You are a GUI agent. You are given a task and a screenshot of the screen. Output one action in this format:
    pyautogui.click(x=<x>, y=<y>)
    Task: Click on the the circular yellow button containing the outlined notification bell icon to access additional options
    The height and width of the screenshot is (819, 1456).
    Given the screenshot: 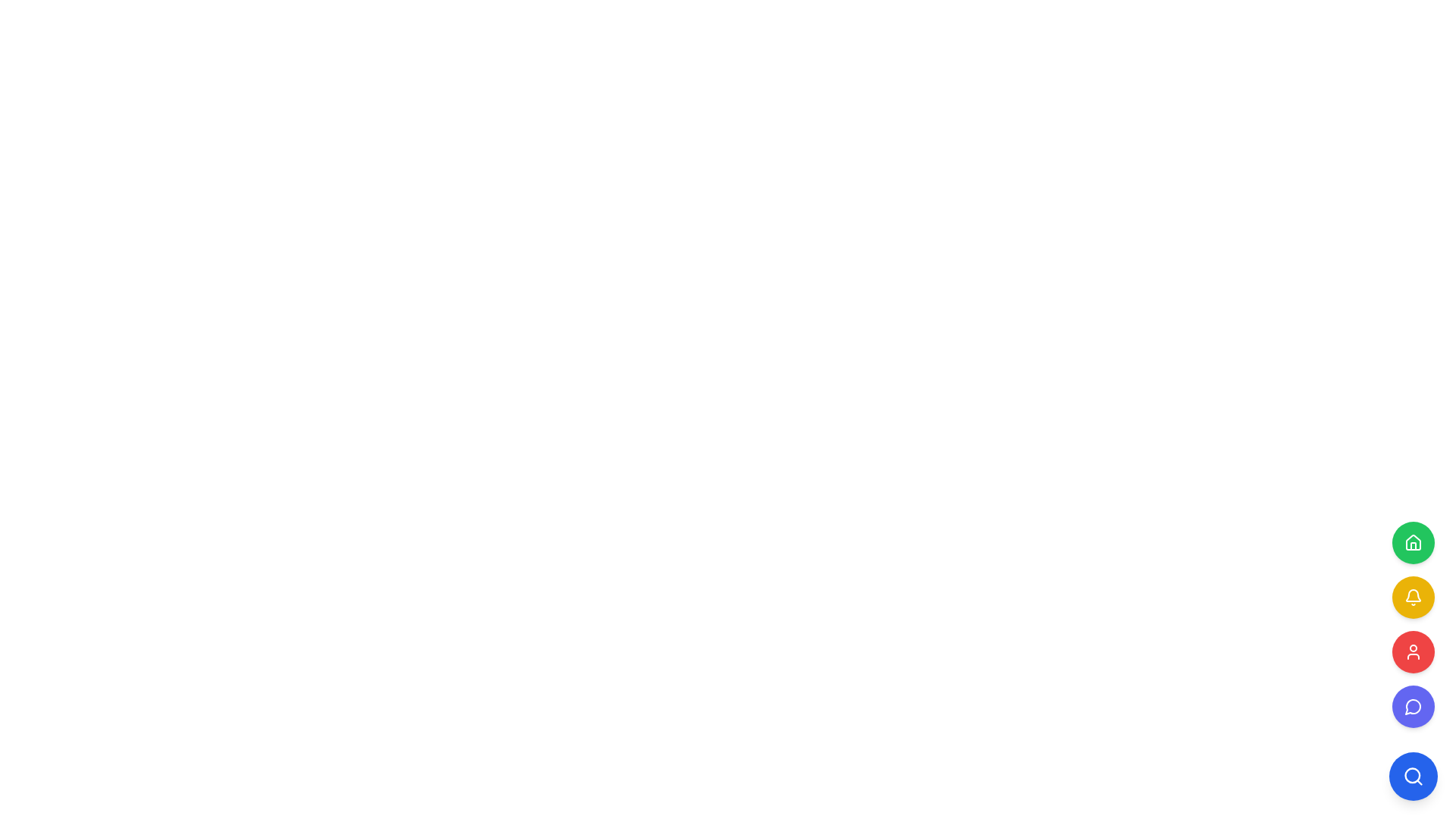 What is the action you would take?
    pyautogui.click(x=1412, y=596)
    